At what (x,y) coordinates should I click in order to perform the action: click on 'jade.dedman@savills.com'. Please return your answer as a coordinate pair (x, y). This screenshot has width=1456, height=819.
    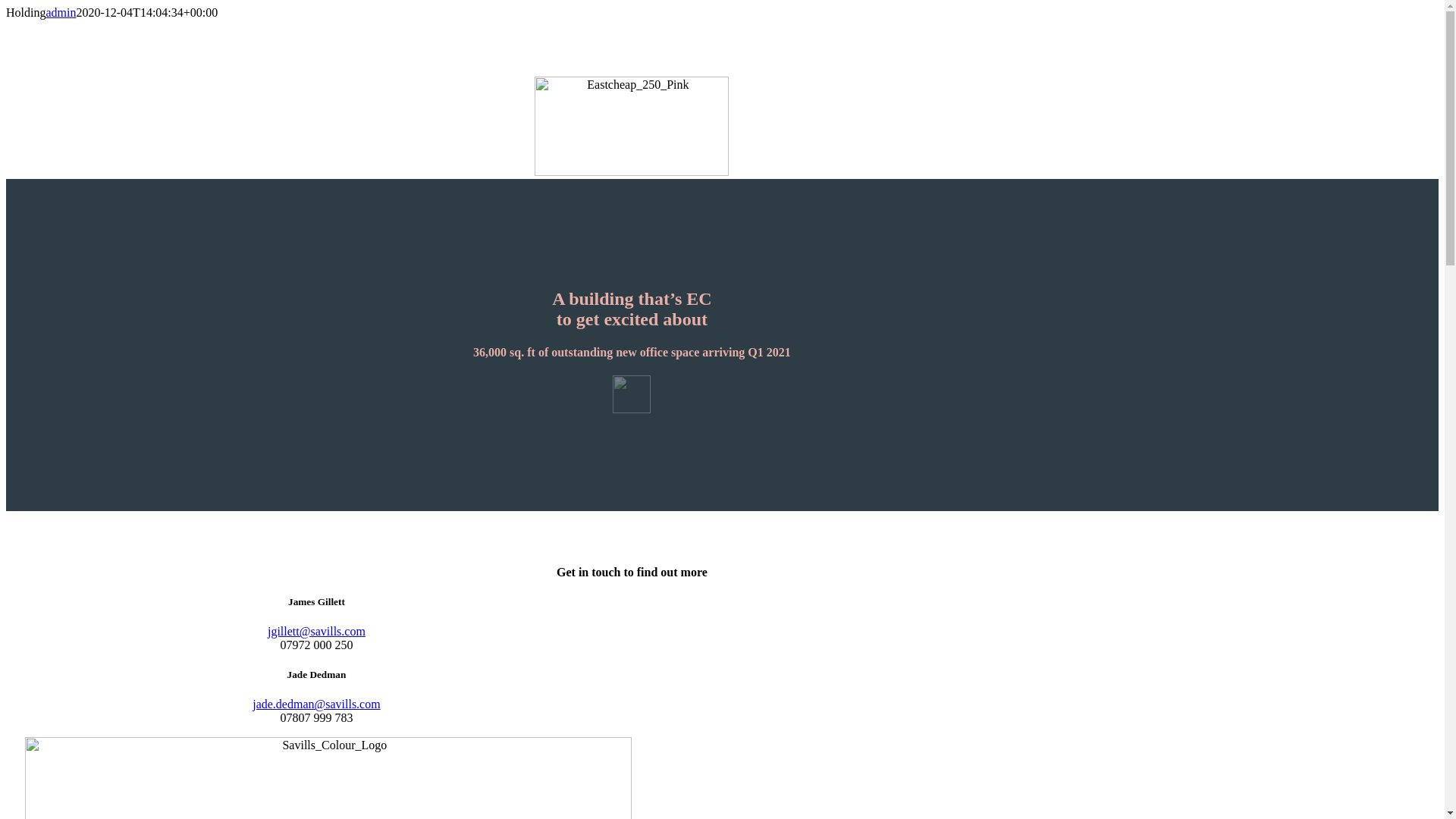
    Looking at the image, I should click on (252, 704).